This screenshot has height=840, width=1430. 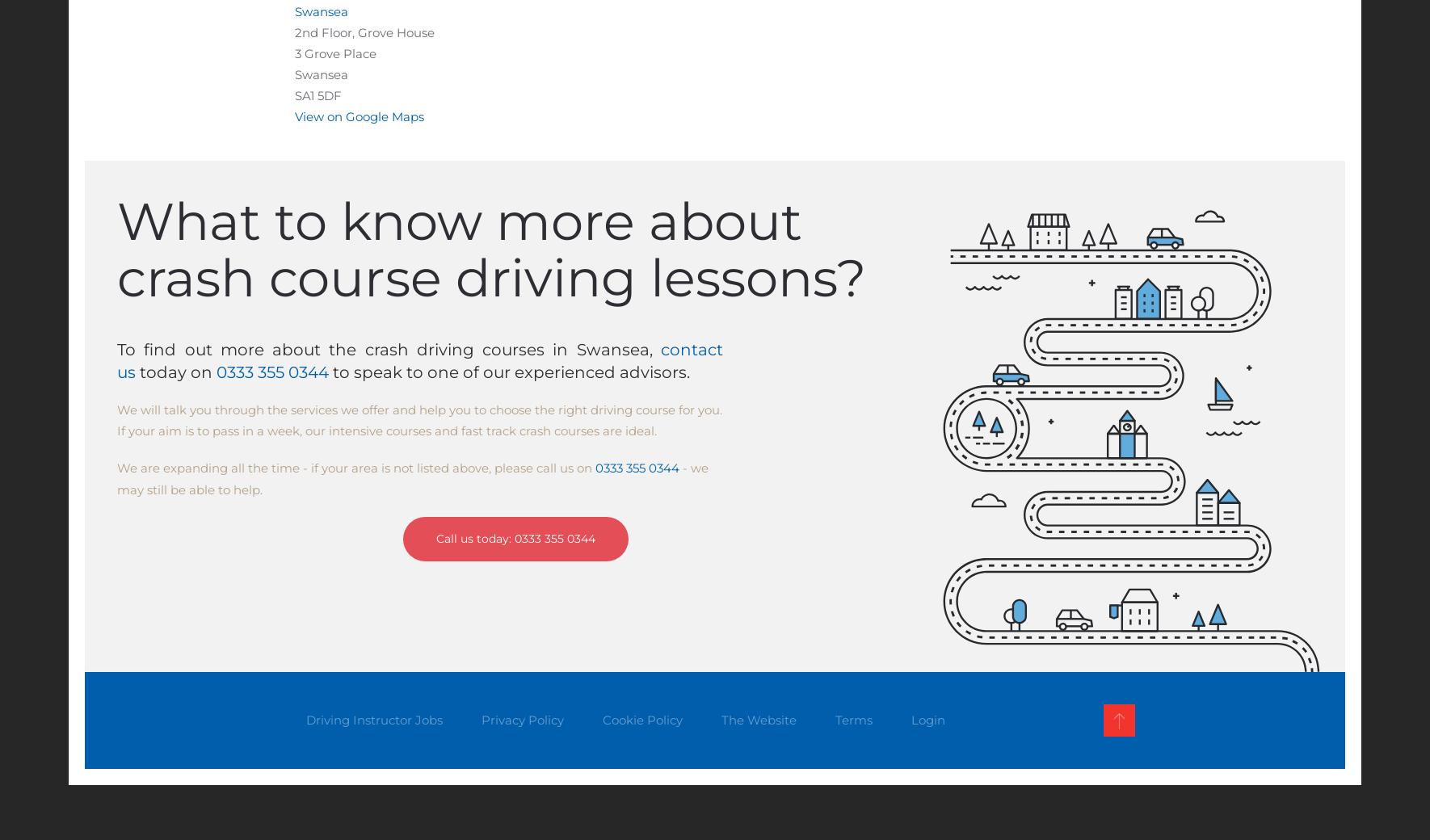 I want to click on 'What to know more about crash course driving lessons?', so click(x=490, y=248).